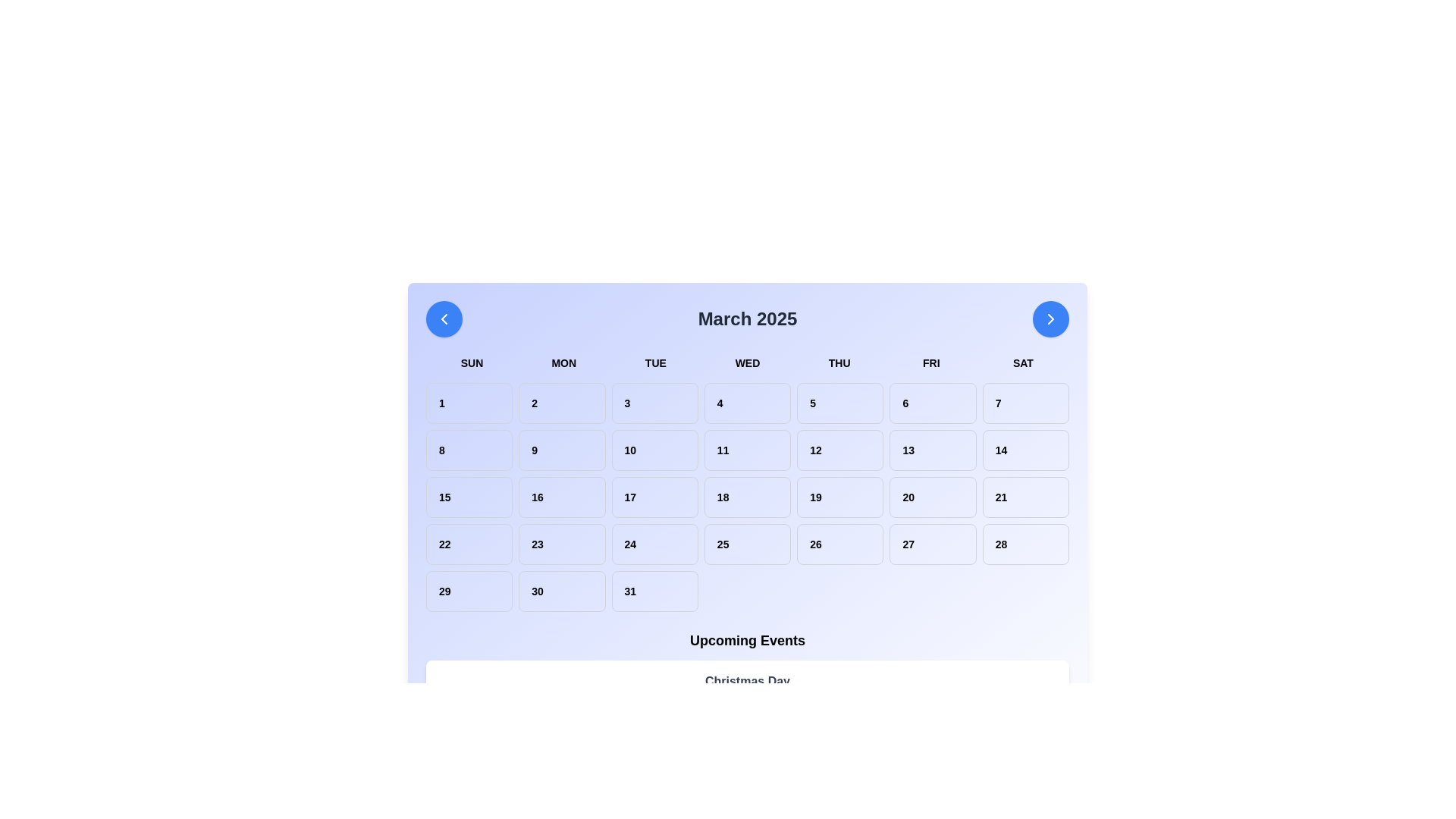  What do you see at coordinates (747, 543) in the screenshot?
I see `the calendar date button displaying '25' located in the fourth column of the last row` at bounding box center [747, 543].